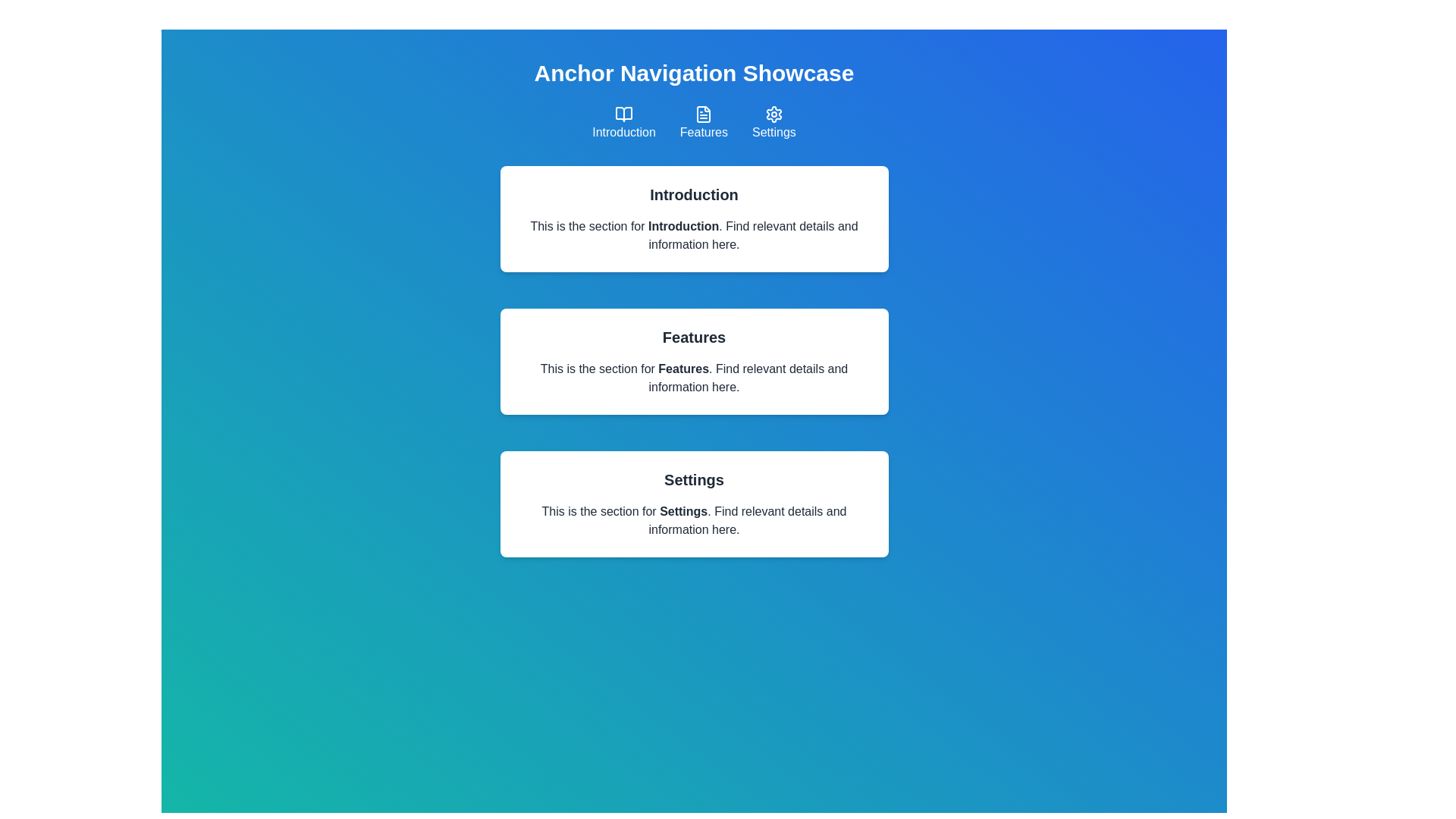 This screenshot has height=819, width=1456. What do you see at coordinates (624, 131) in the screenshot?
I see `the navigation link labeled 'Introduction' in the upper section of the interface` at bounding box center [624, 131].